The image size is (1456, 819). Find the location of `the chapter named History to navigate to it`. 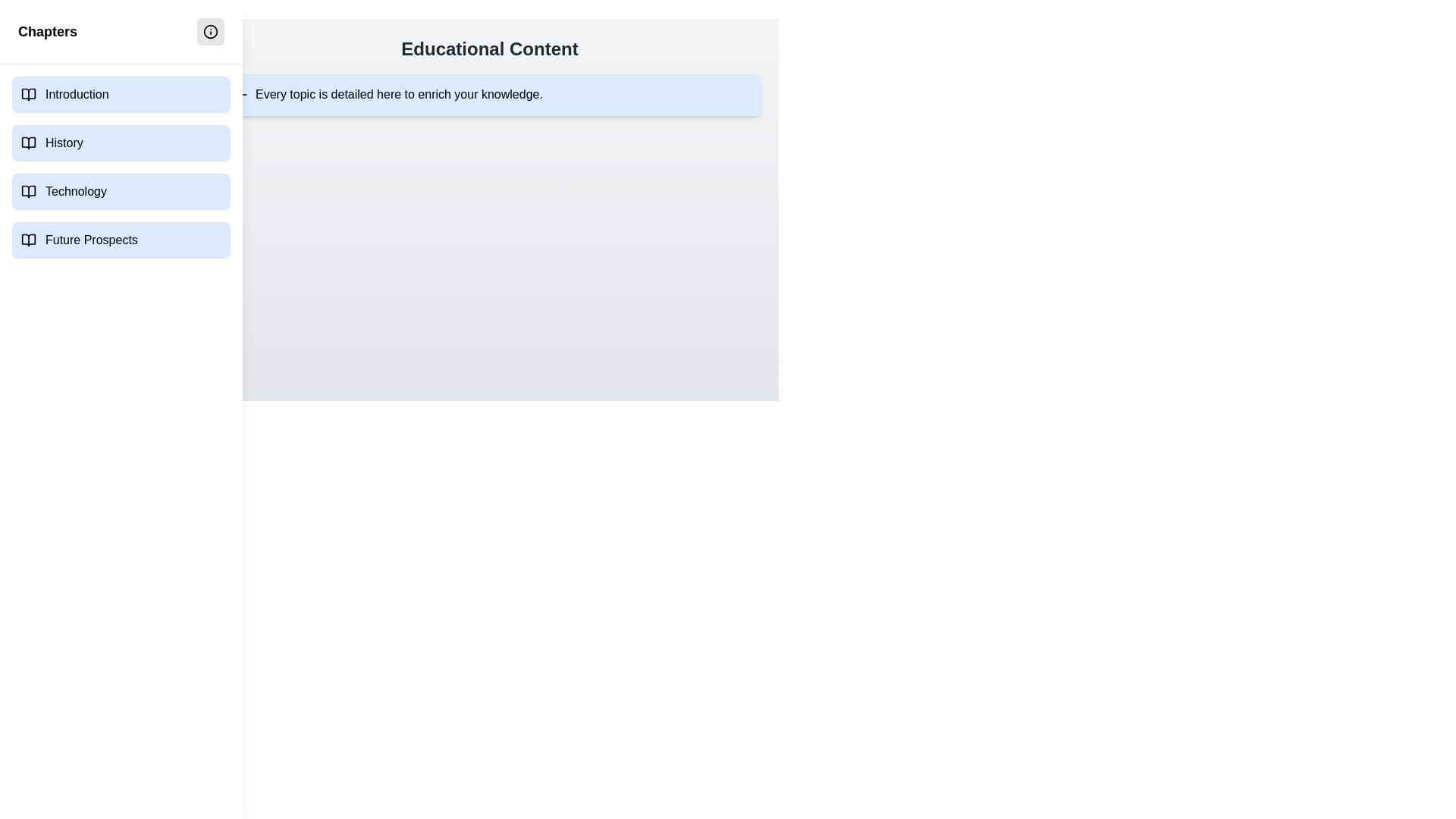

the chapter named History to navigate to it is located at coordinates (120, 143).